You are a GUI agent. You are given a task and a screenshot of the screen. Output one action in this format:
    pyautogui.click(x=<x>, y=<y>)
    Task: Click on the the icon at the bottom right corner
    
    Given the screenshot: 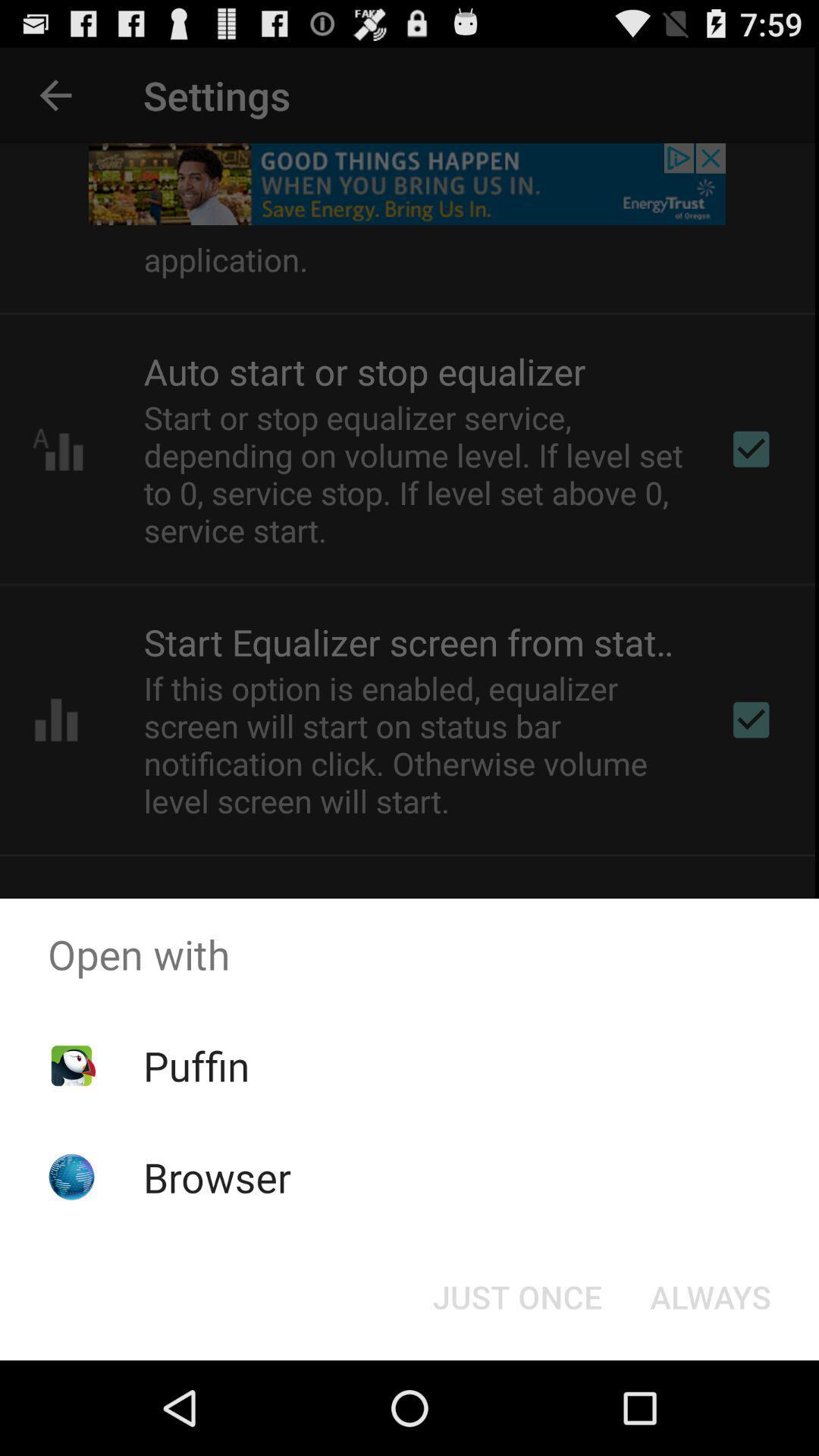 What is the action you would take?
    pyautogui.click(x=711, y=1295)
    